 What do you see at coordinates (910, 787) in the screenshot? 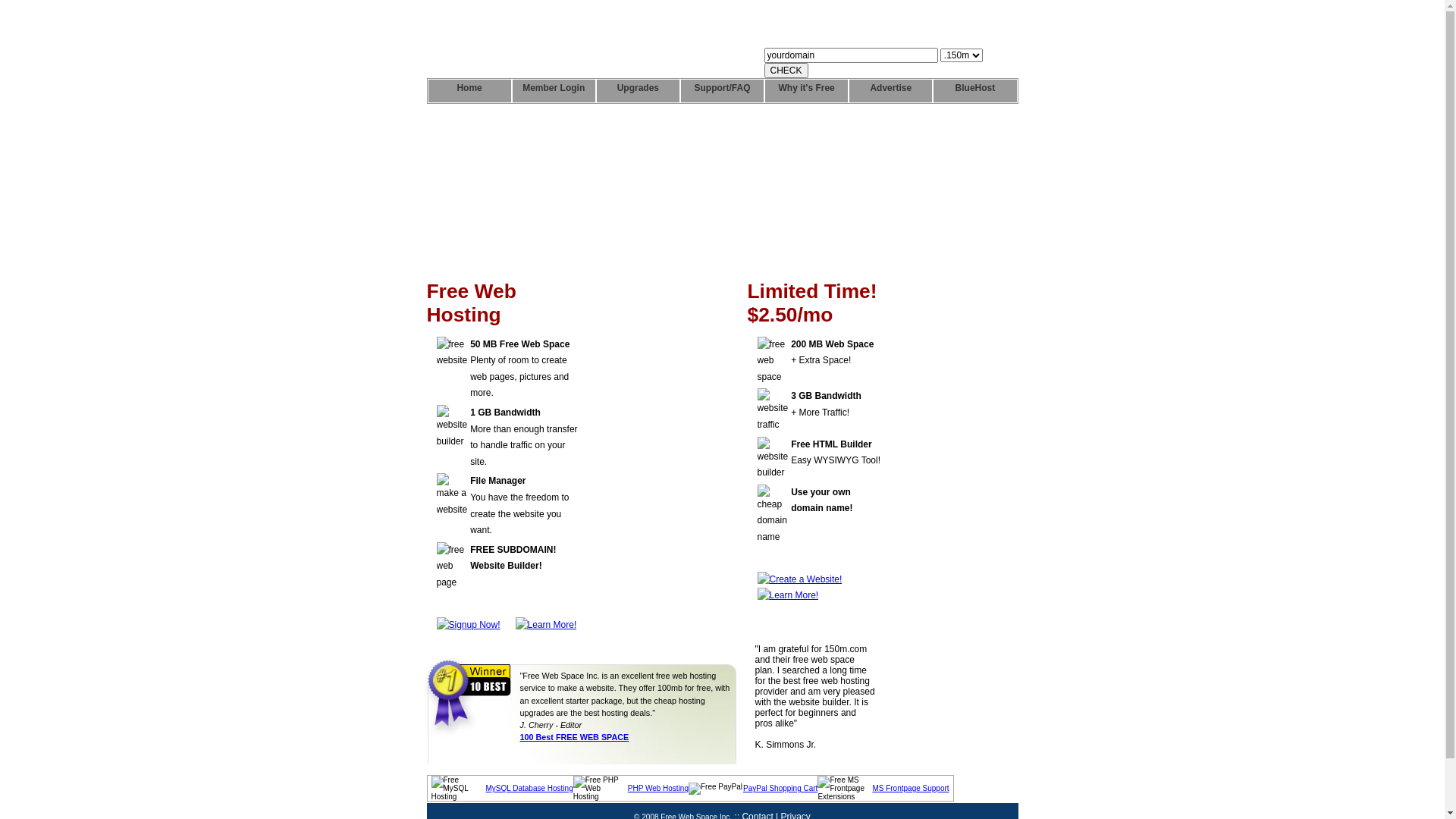
I see `'MS Frontpage Support'` at bounding box center [910, 787].